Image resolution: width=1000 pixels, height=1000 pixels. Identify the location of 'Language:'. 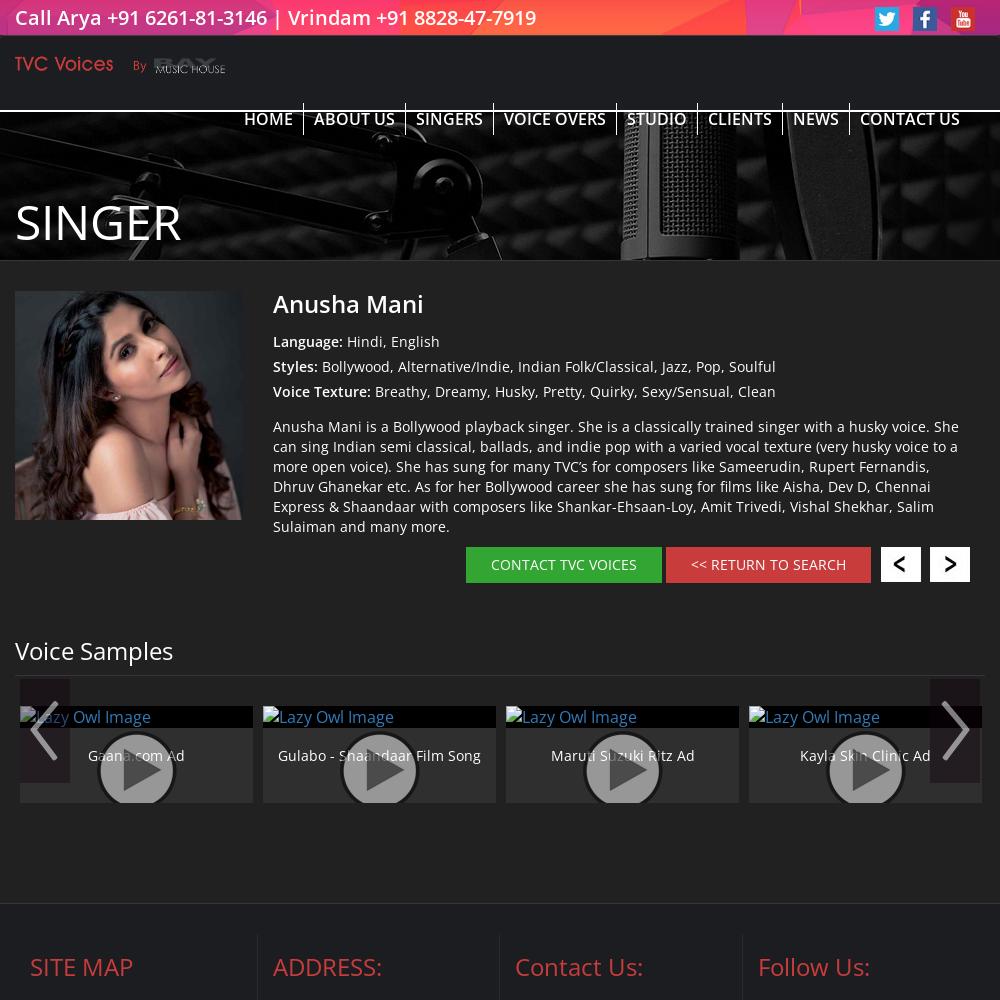
(307, 340).